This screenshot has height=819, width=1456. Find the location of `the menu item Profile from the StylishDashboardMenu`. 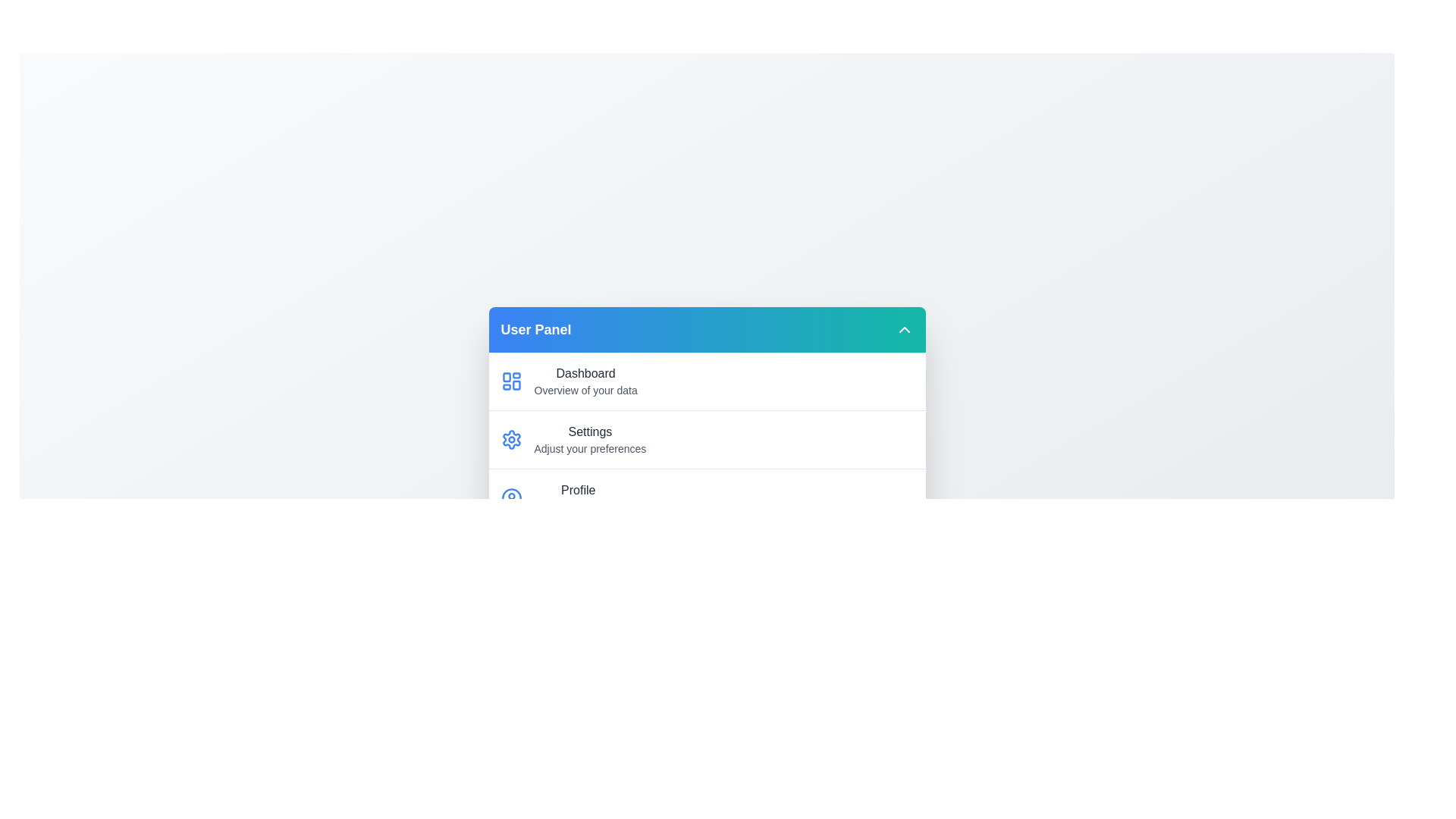

the menu item Profile from the StylishDashboardMenu is located at coordinates (706, 497).